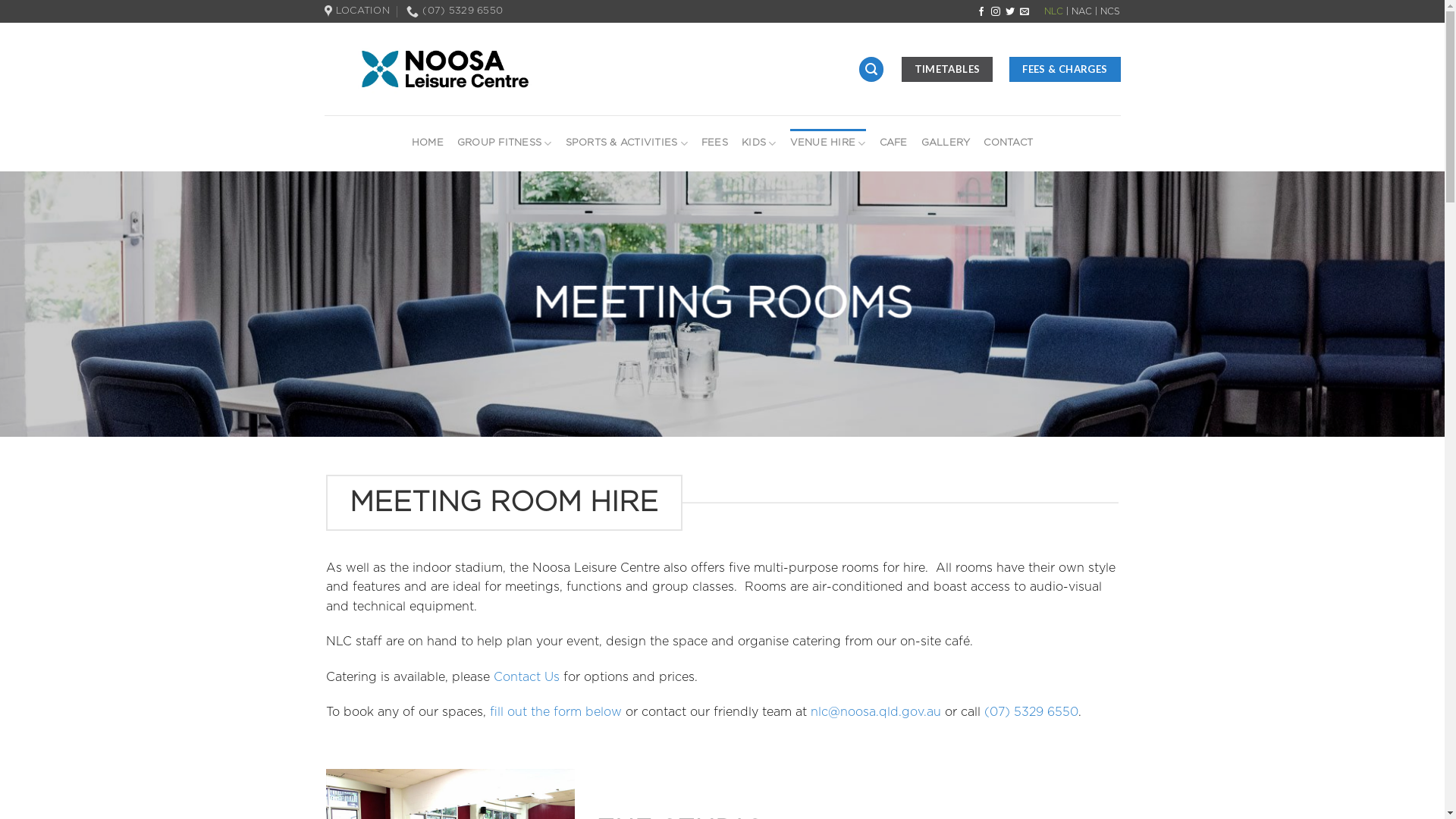 This screenshot has width=1456, height=819. I want to click on 'fill out the form below', so click(555, 711).